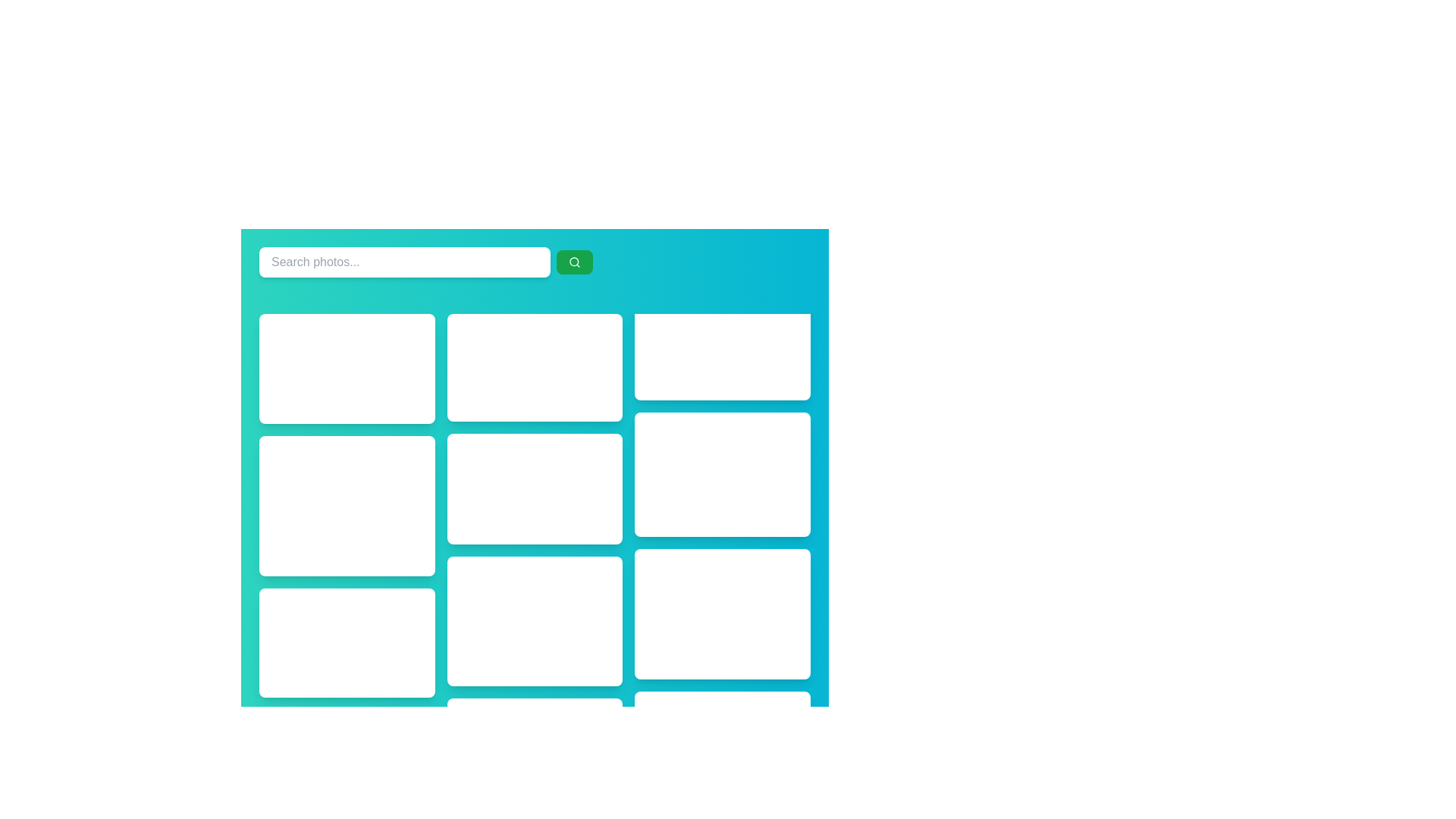  Describe the element at coordinates (574, 262) in the screenshot. I see `the green rounded rectangular button with a magnifying glass icon located to the right of the search input field` at that location.